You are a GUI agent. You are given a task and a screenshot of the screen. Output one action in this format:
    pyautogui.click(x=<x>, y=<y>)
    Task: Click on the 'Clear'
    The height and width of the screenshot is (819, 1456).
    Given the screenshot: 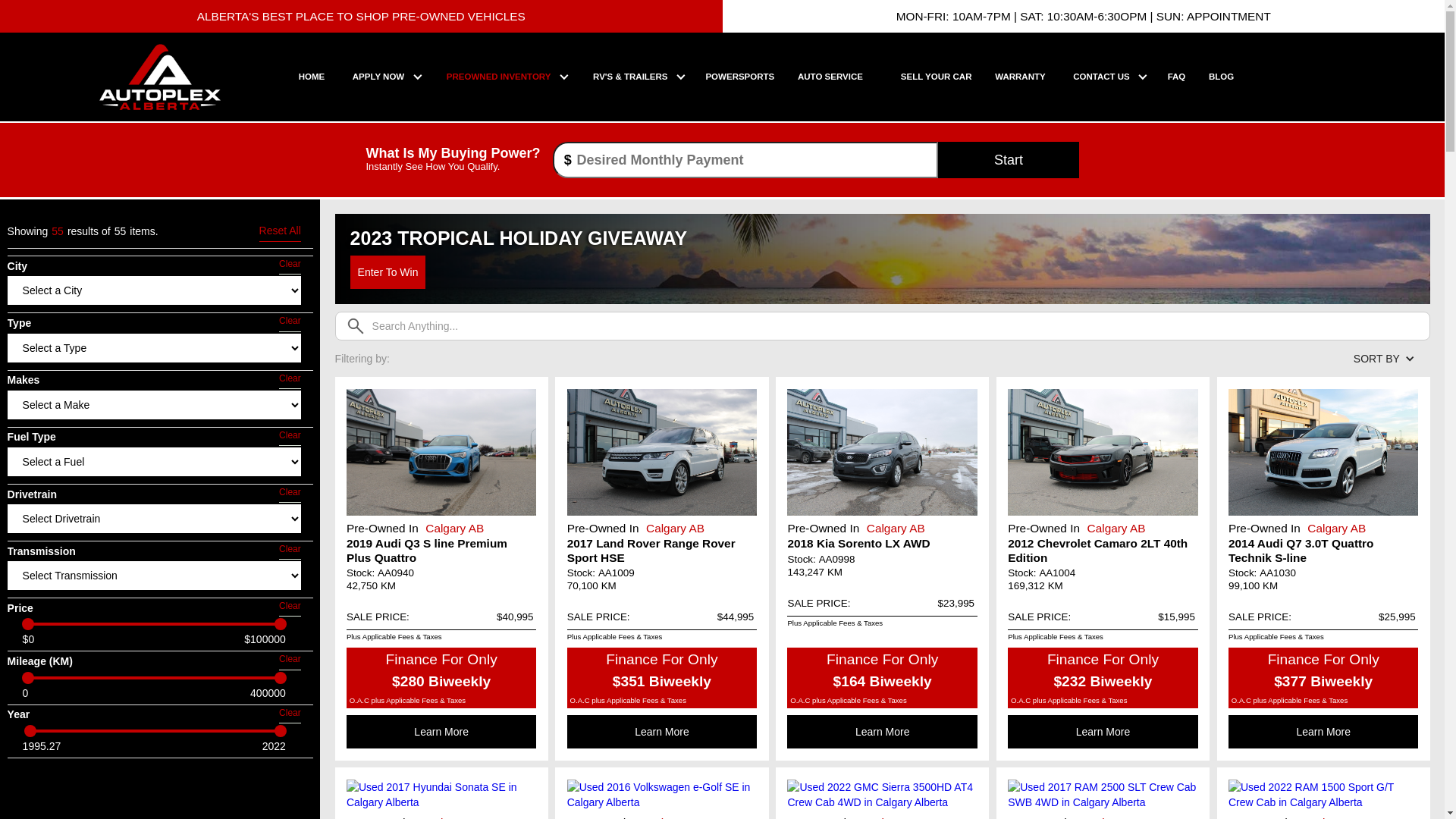 What is the action you would take?
    pyautogui.click(x=290, y=321)
    